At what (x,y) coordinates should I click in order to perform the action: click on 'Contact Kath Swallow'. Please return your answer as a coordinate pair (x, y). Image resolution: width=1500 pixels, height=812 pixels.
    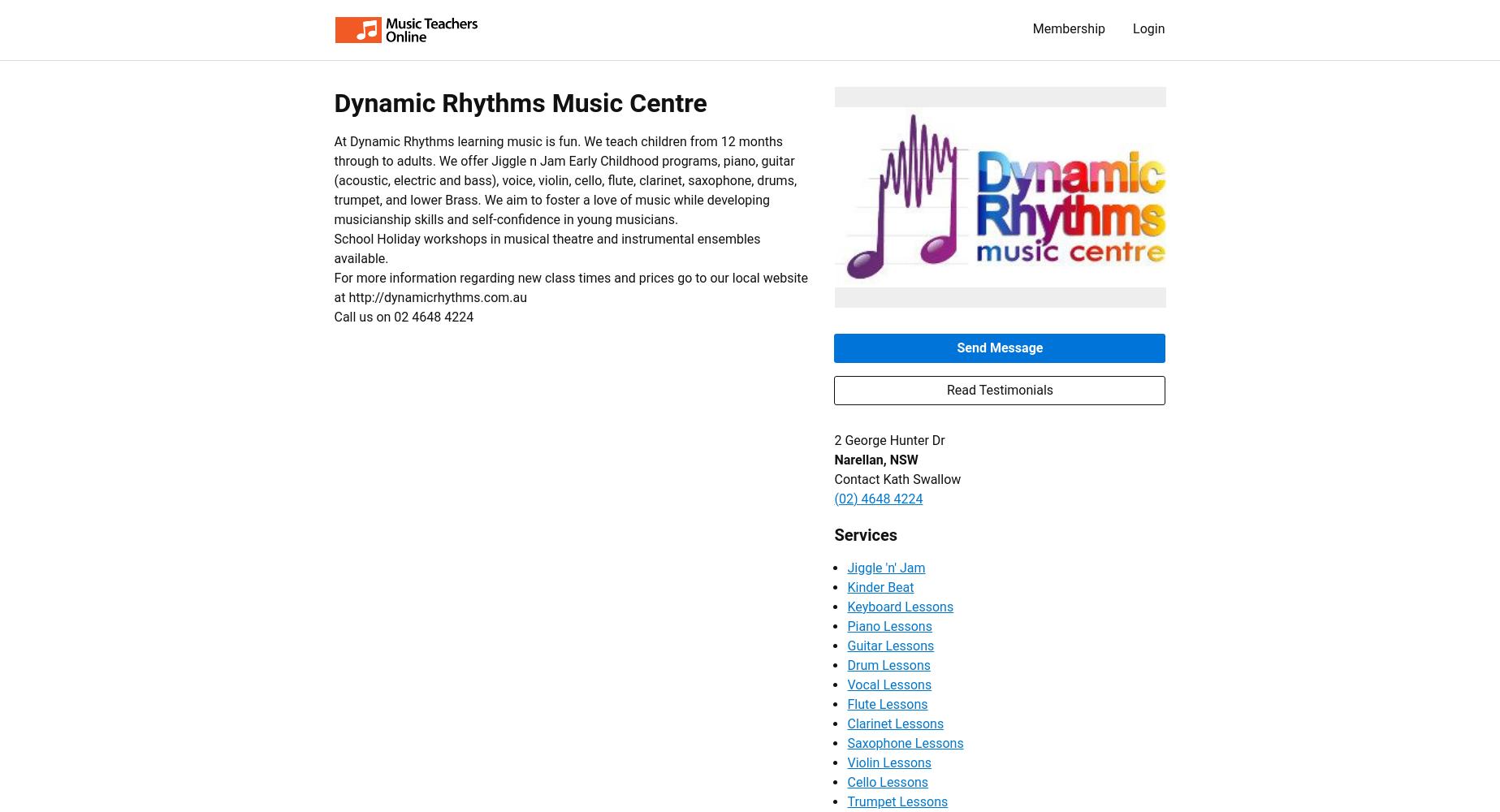
    Looking at the image, I should click on (897, 477).